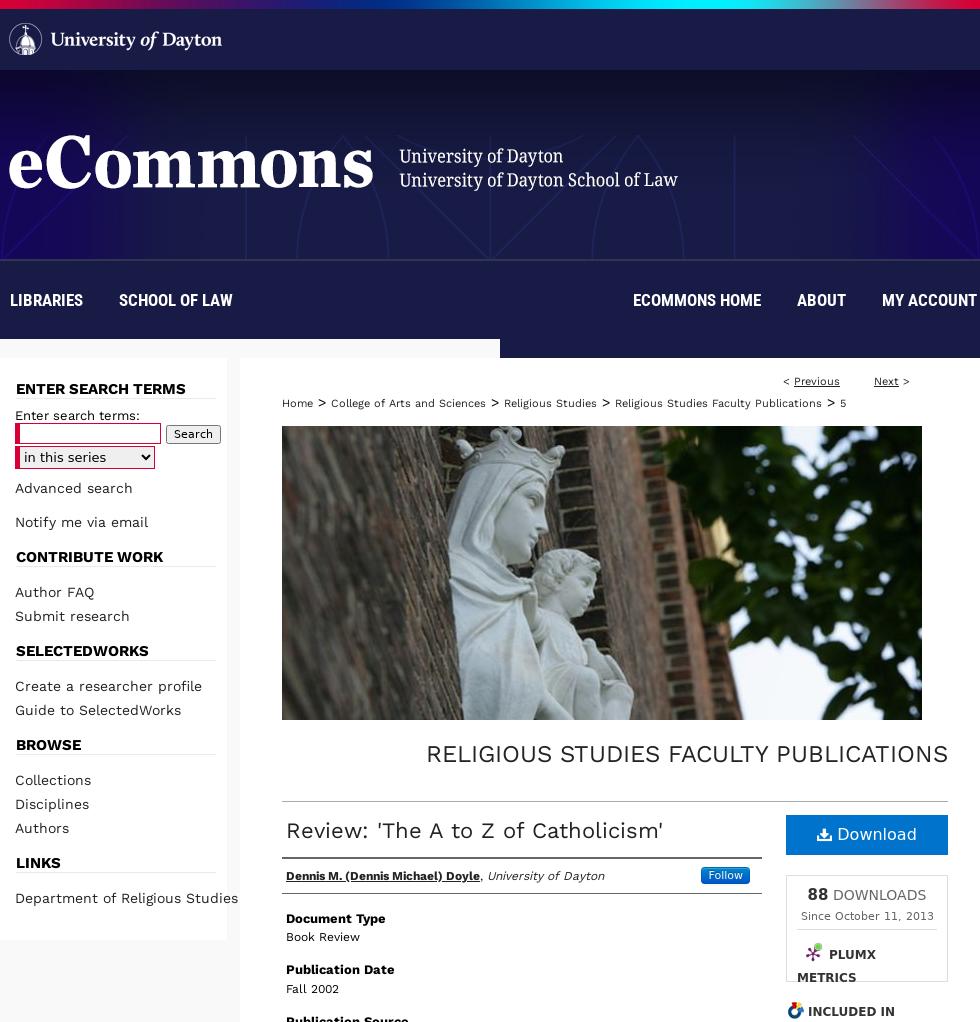 This screenshot has width=980, height=1022. I want to click on 'Book Review', so click(323, 936).